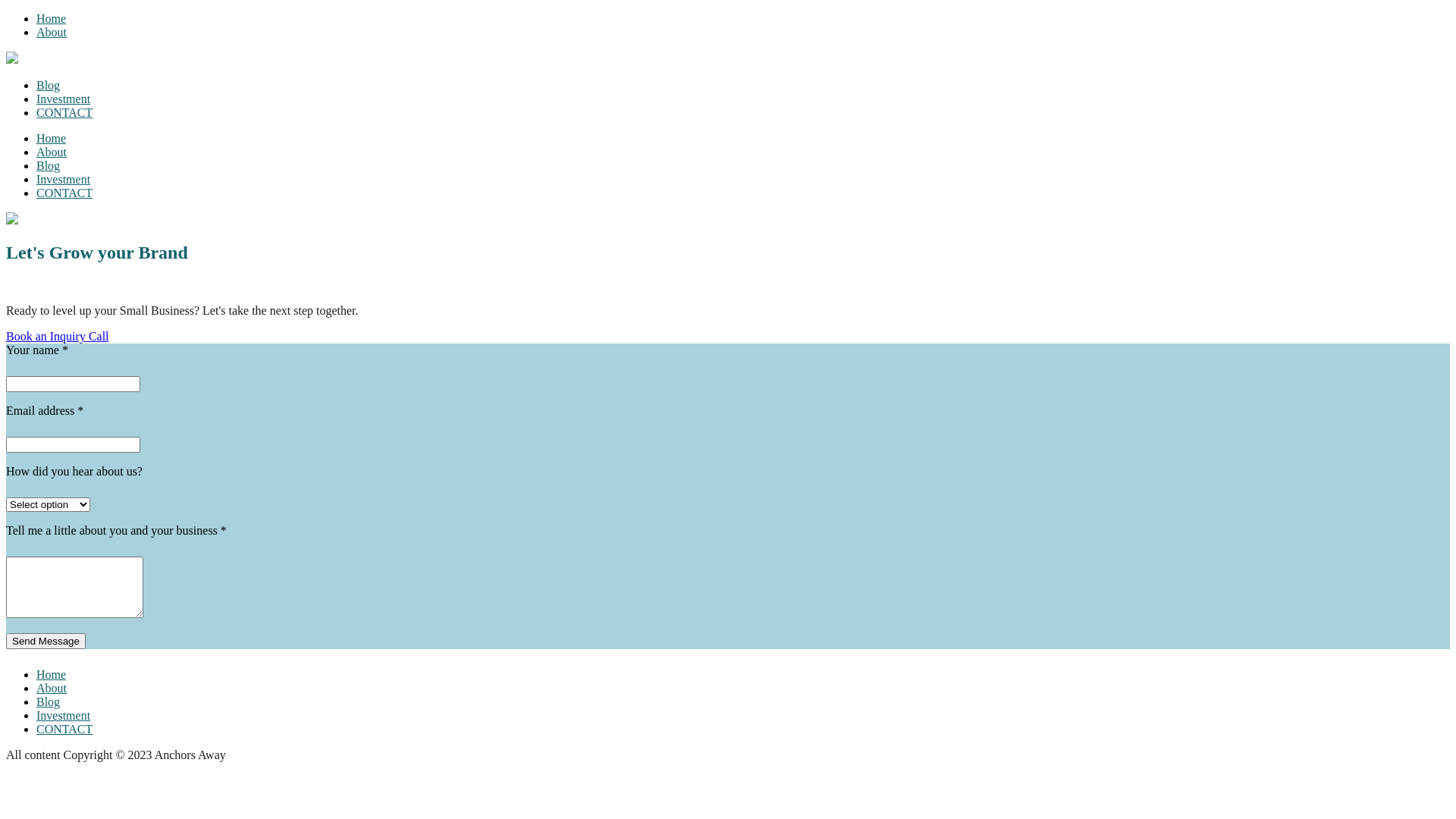 This screenshot has height=819, width=1456. What do you see at coordinates (51, 152) in the screenshot?
I see `'About'` at bounding box center [51, 152].